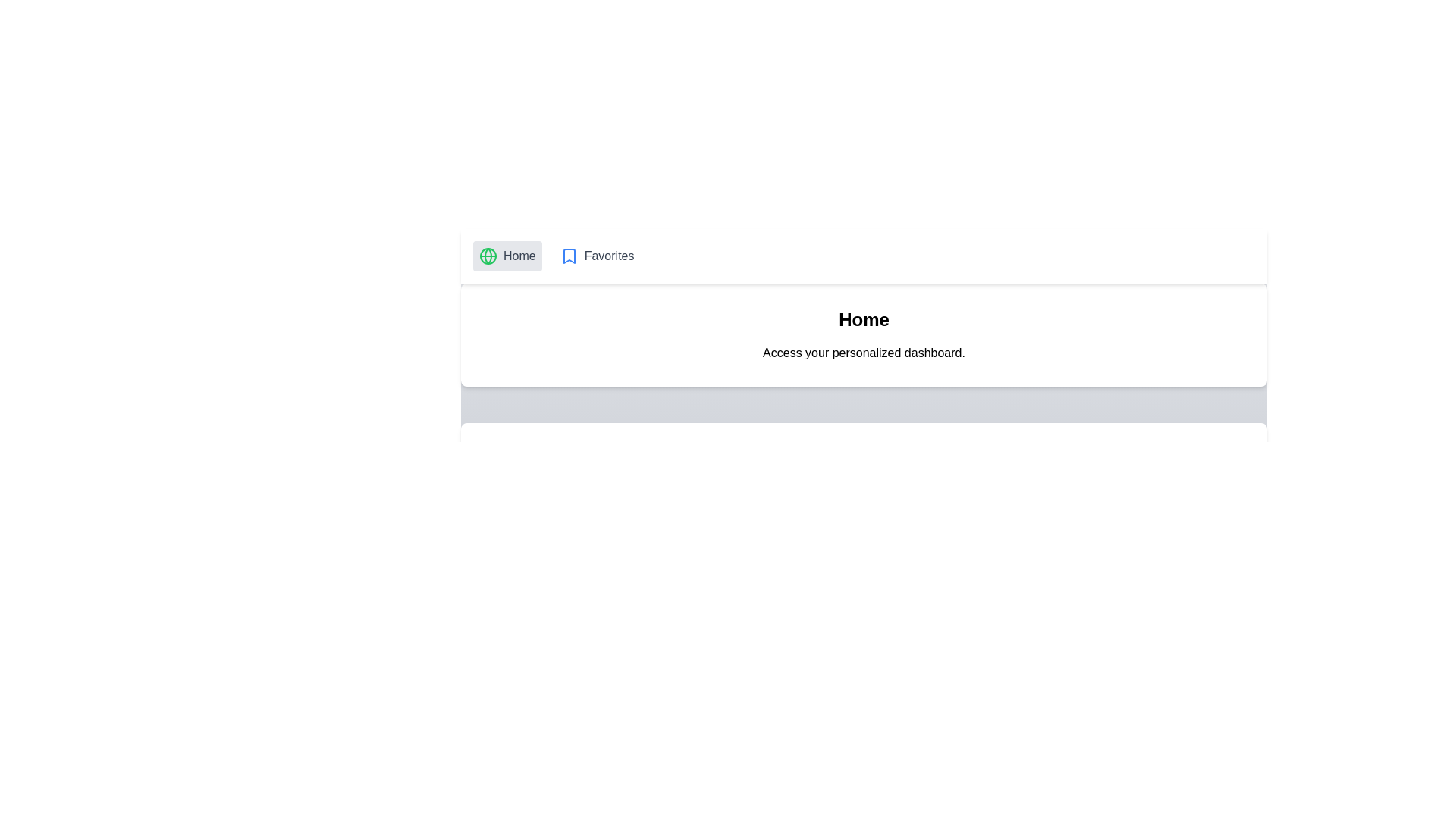 The height and width of the screenshot is (819, 1456). What do you see at coordinates (507, 256) in the screenshot?
I see `the 'Home' navigation button located at the top-left corner of the navigation bar` at bounding box center [507, 256].